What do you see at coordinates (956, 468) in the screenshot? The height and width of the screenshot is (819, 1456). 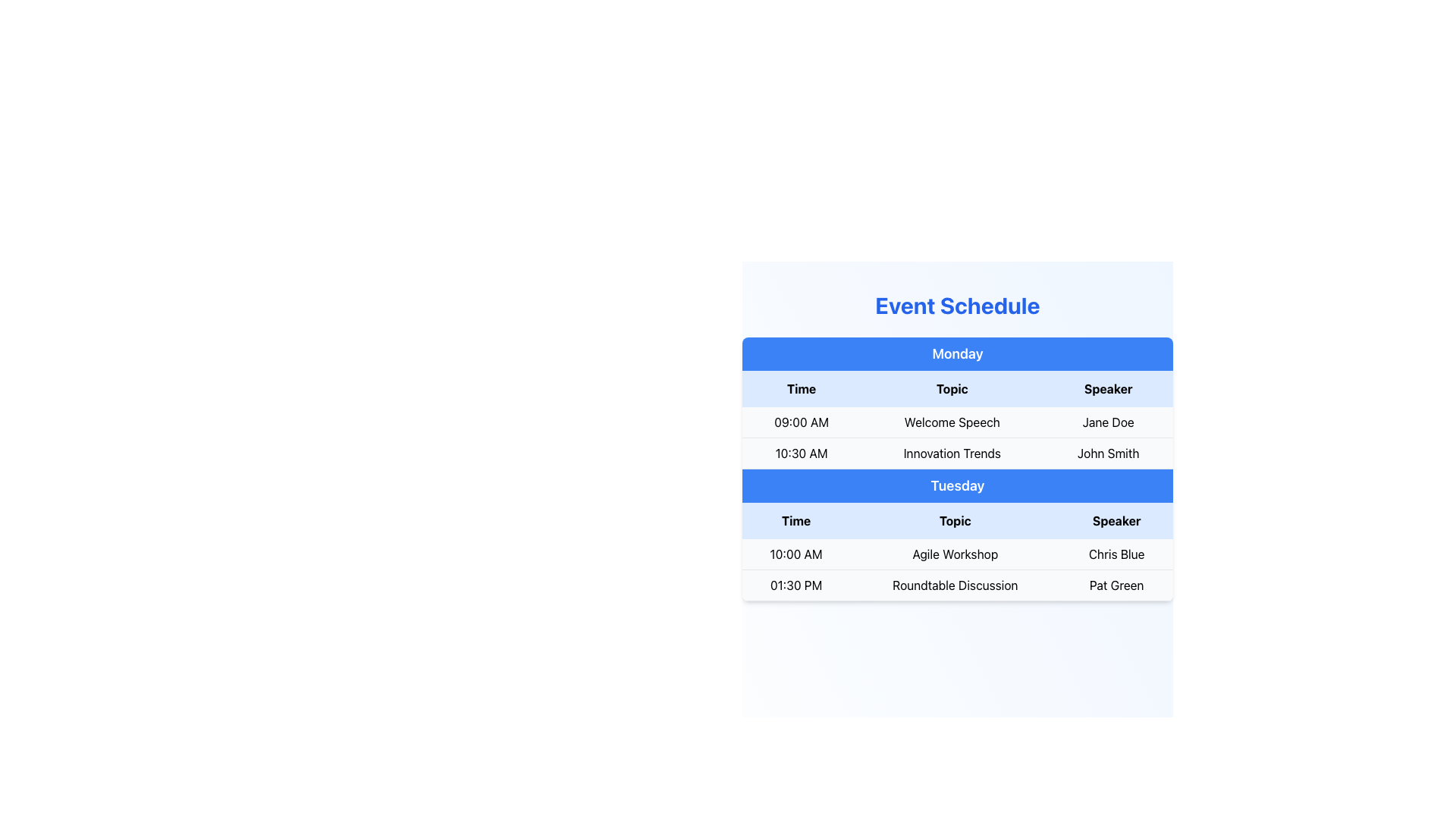 I see `the event schedule table located centrally below the 'Event Schedule' header` at bounding box center [956, 468].